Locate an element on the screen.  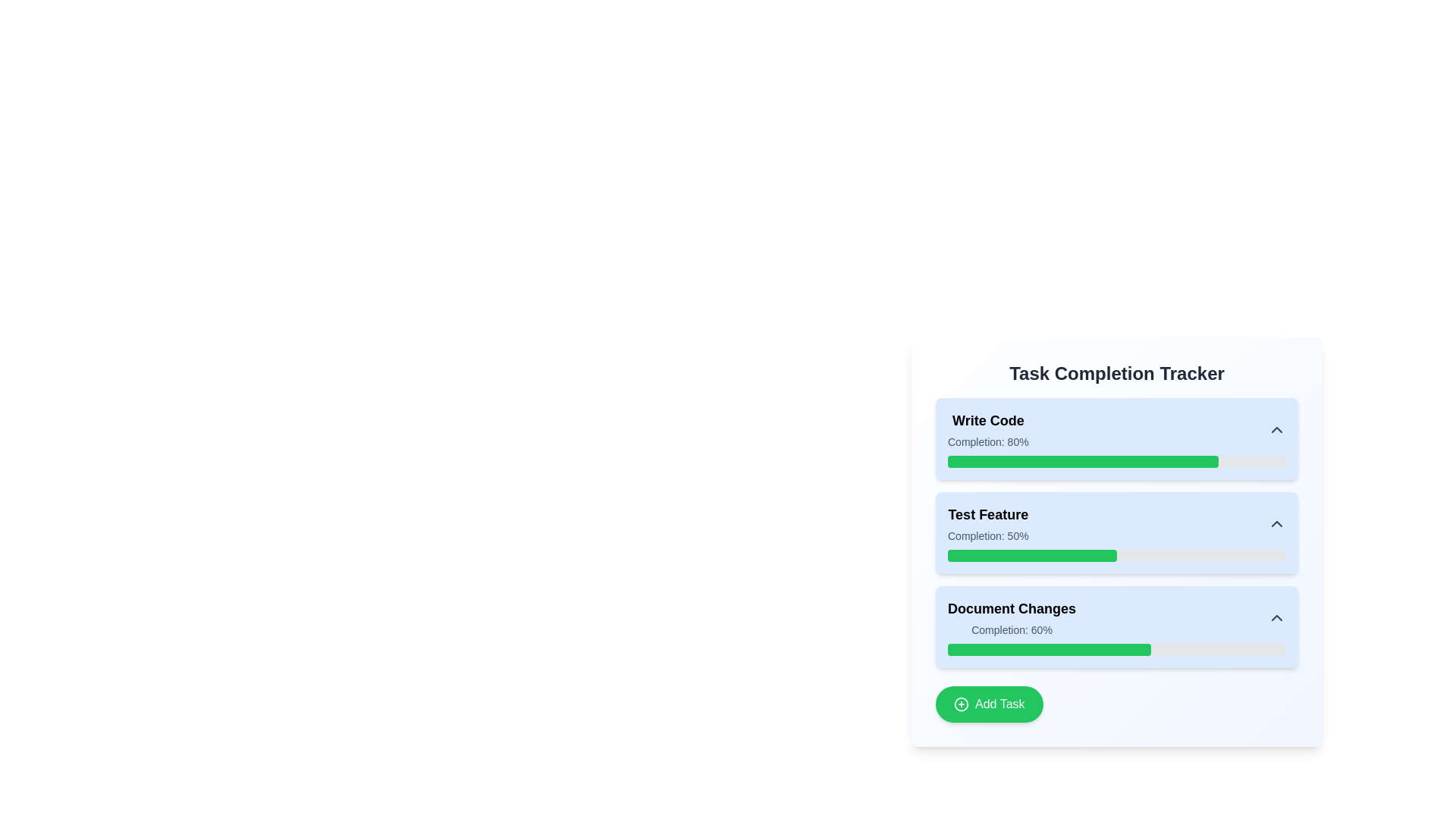
the small upward-pointing chevron arrow icon on the right side of the 'Document Changes' section is located at coordinates (1276, 617).